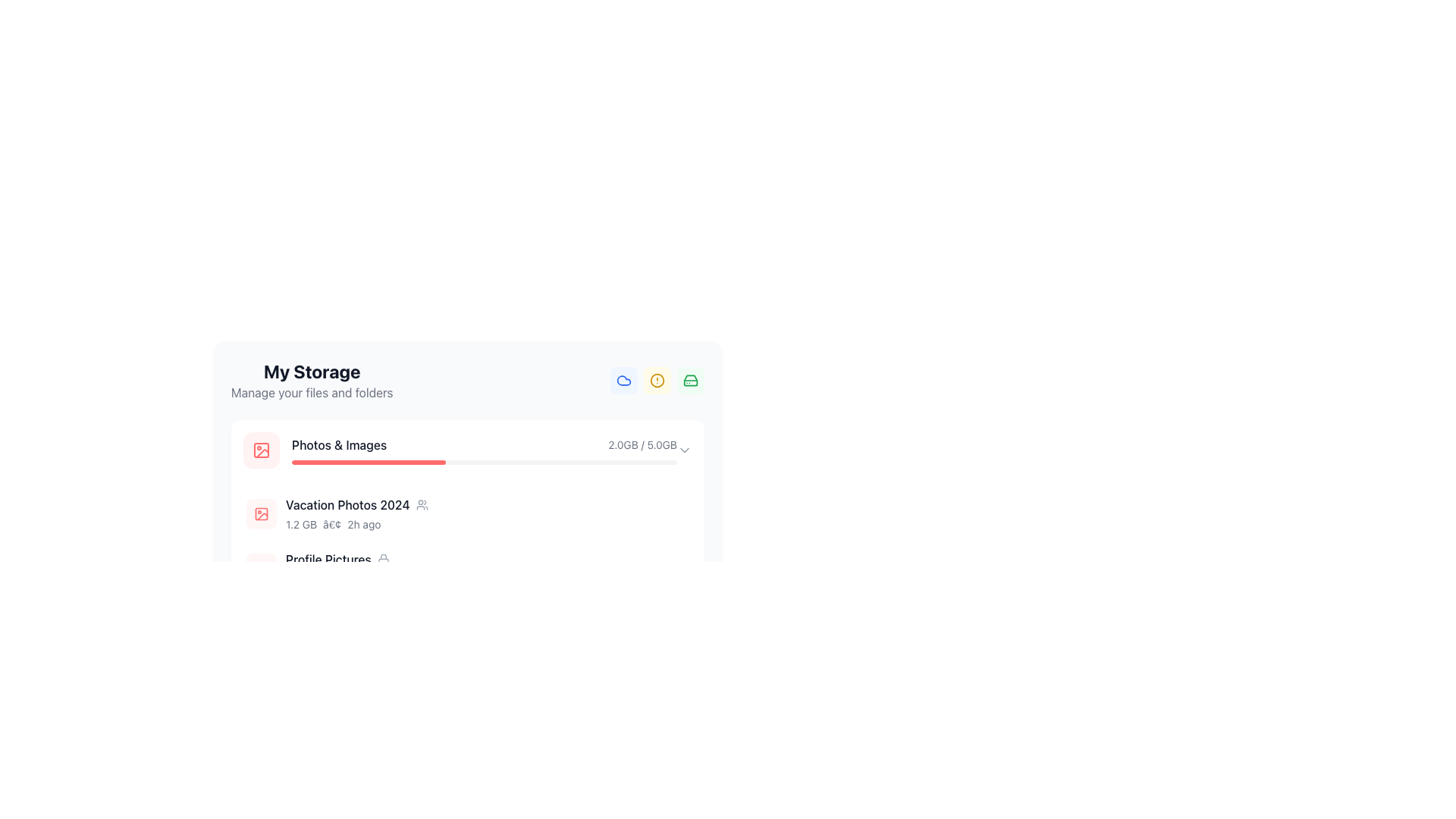 The width and height of the screenshot is (1456, 819). What do you see at coordinates (383, 559) in the screenshot?
I see `the gray minimalistic lock icon positioned to the right of 'Profile Pictures', which symbolizes security or restricted access` at bounding box center [383, 559].